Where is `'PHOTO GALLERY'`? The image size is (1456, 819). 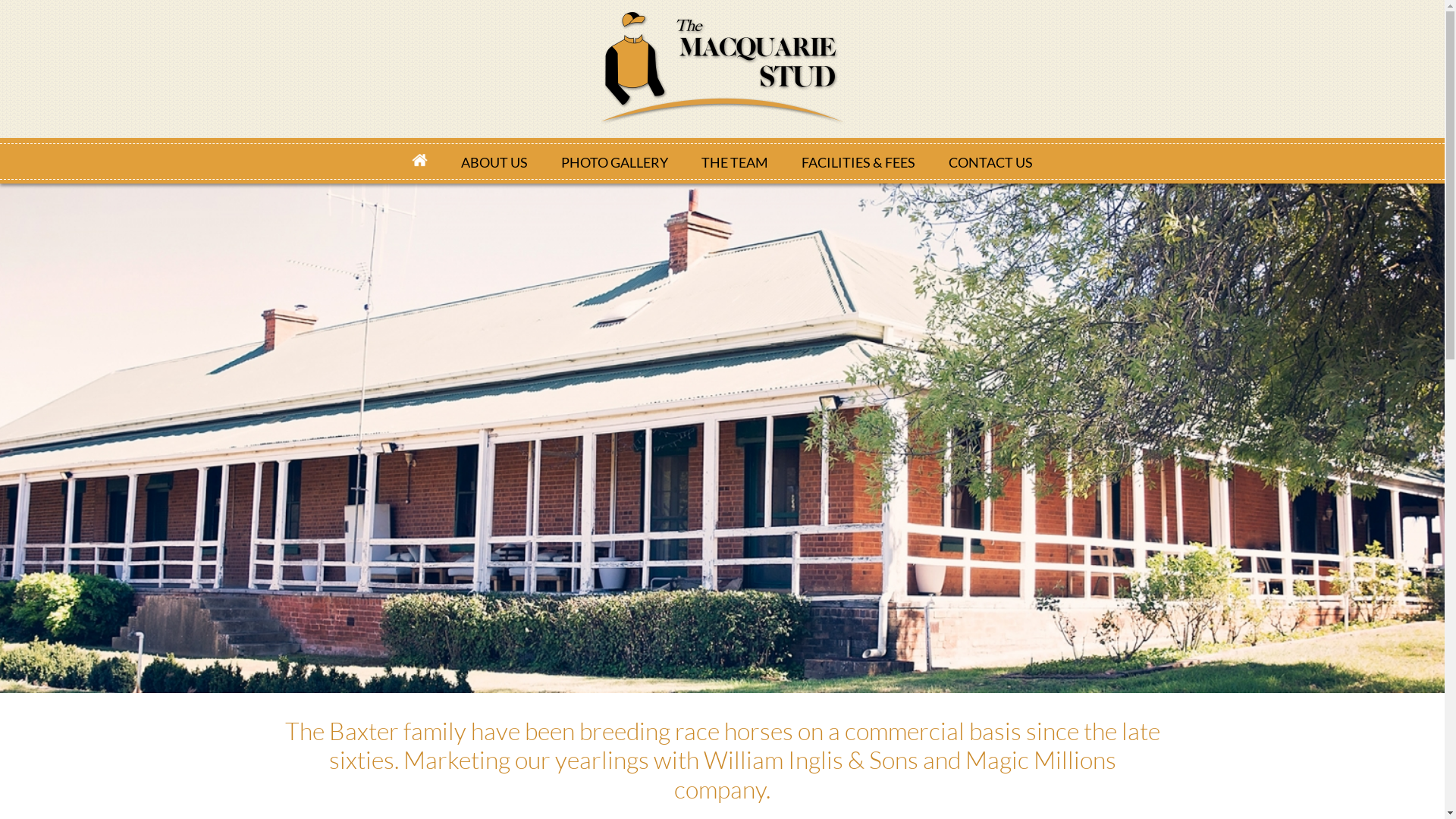 'PHOTO GALLERY' is located at coordinates (614, 161).